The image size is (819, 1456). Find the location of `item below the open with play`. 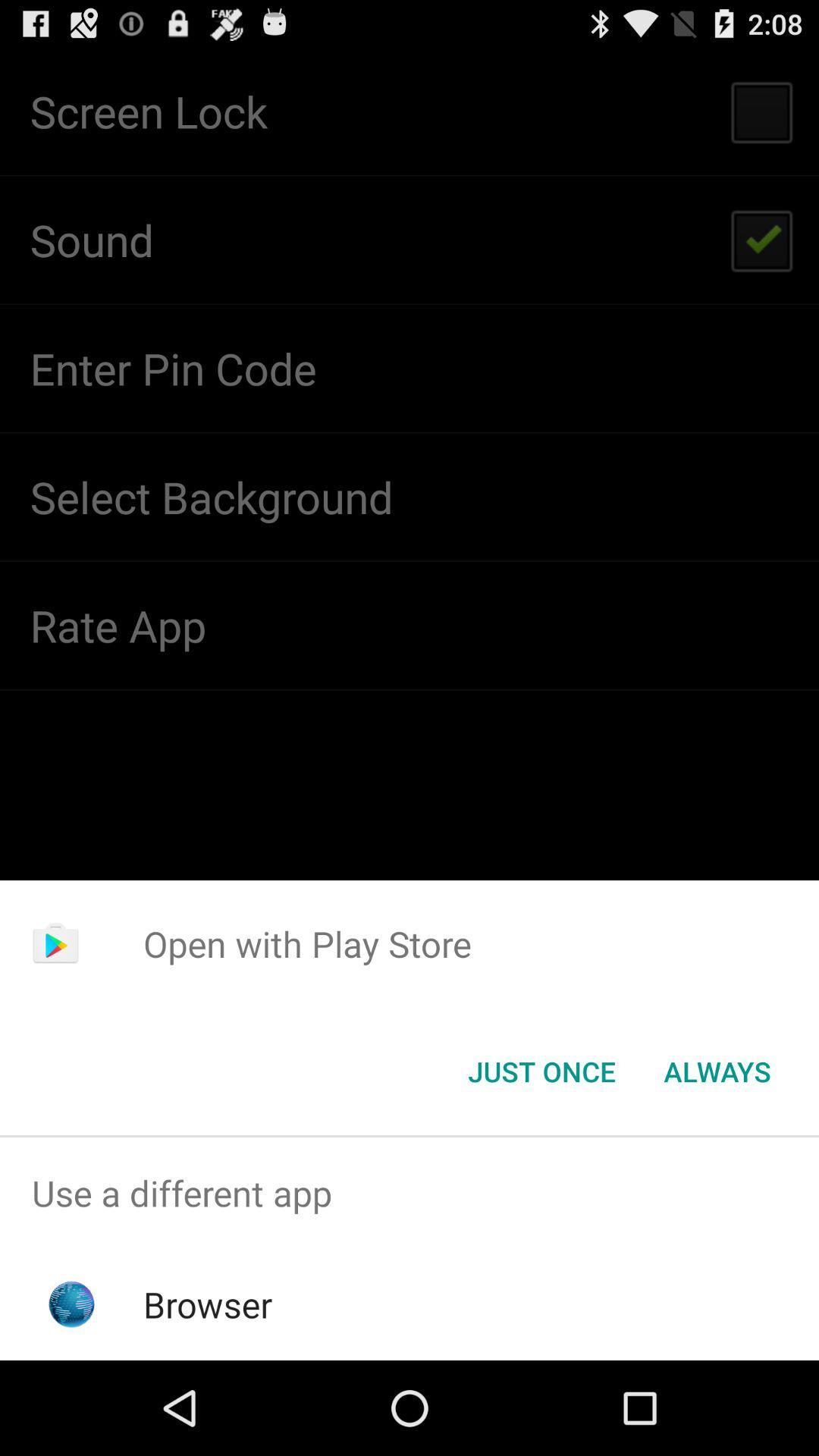

item below the open with play is located at coordinates (717, 1070).